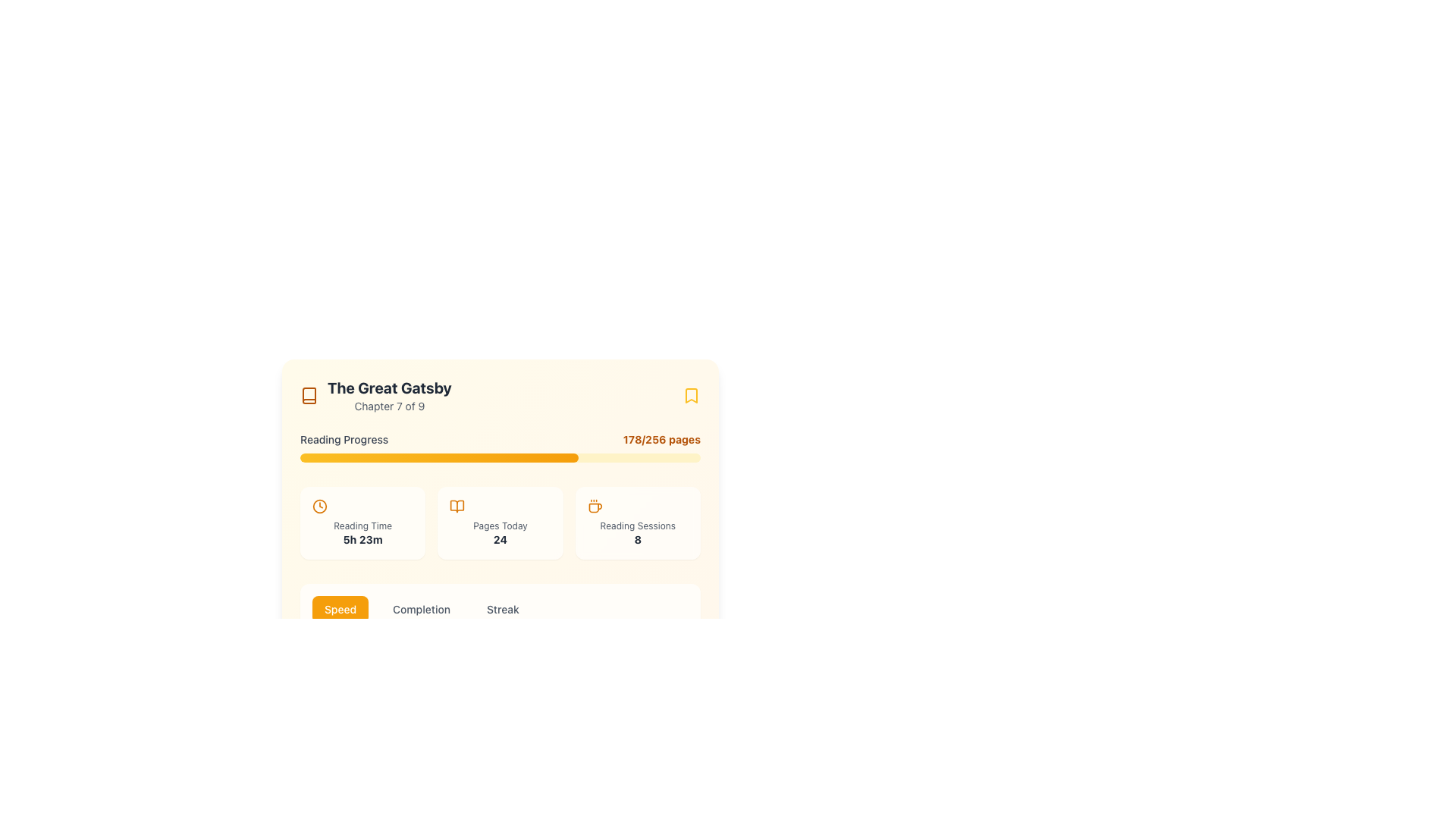 Image resolution: width=1456 pixels, height=819 pixels. Describe the element at coordinates (500, 539) in the screenshot. I see `the Text display element that shows the number of pages read today, located within the 'Pages Today' card in the middle section of the layout` at that location.